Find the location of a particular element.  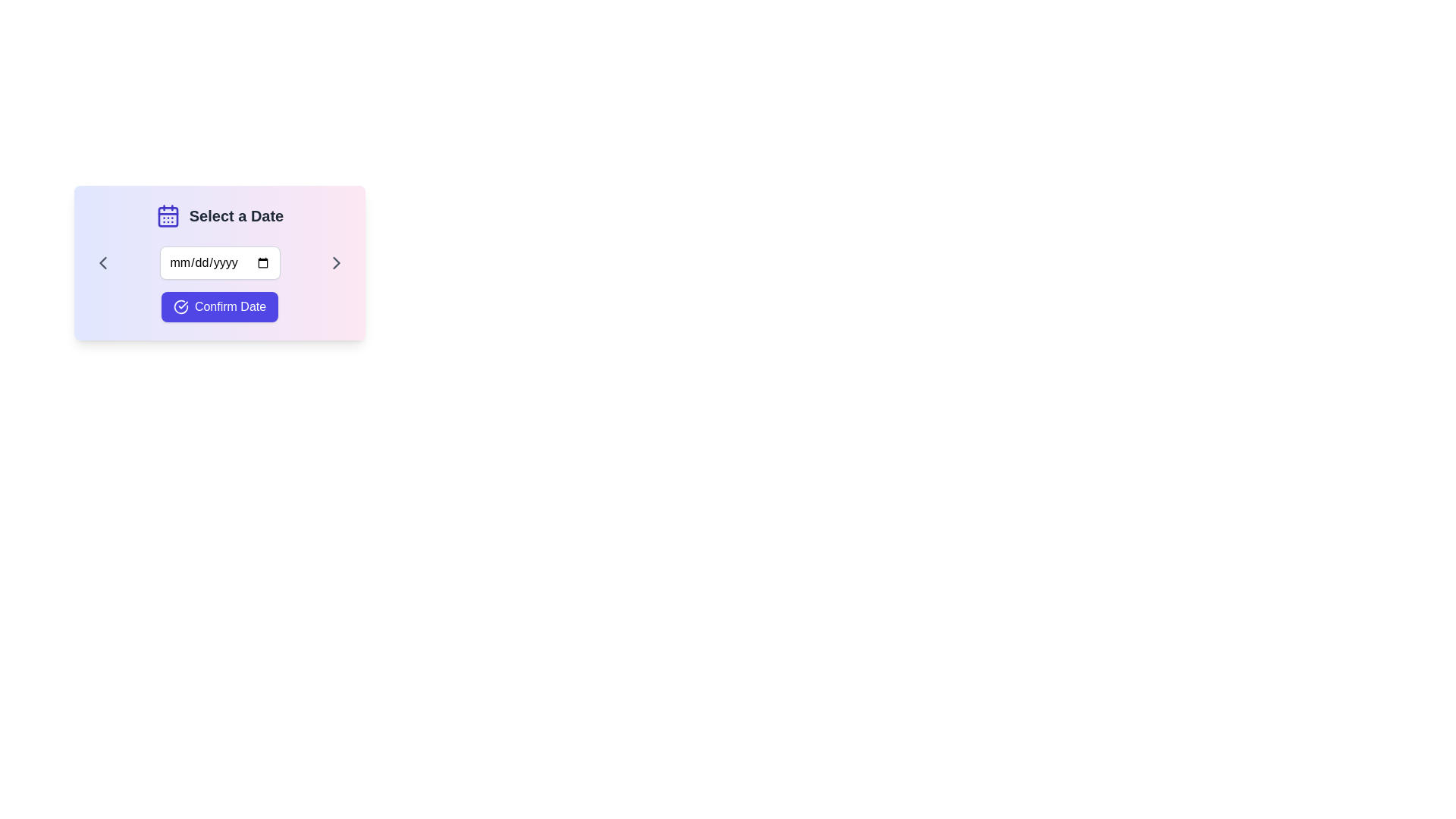

the calendar icon that indicates the date selection functionality, located in the 'Select a Date' section, positioned in the top-left corner preceding the title text is located at coordinates (168, 216).